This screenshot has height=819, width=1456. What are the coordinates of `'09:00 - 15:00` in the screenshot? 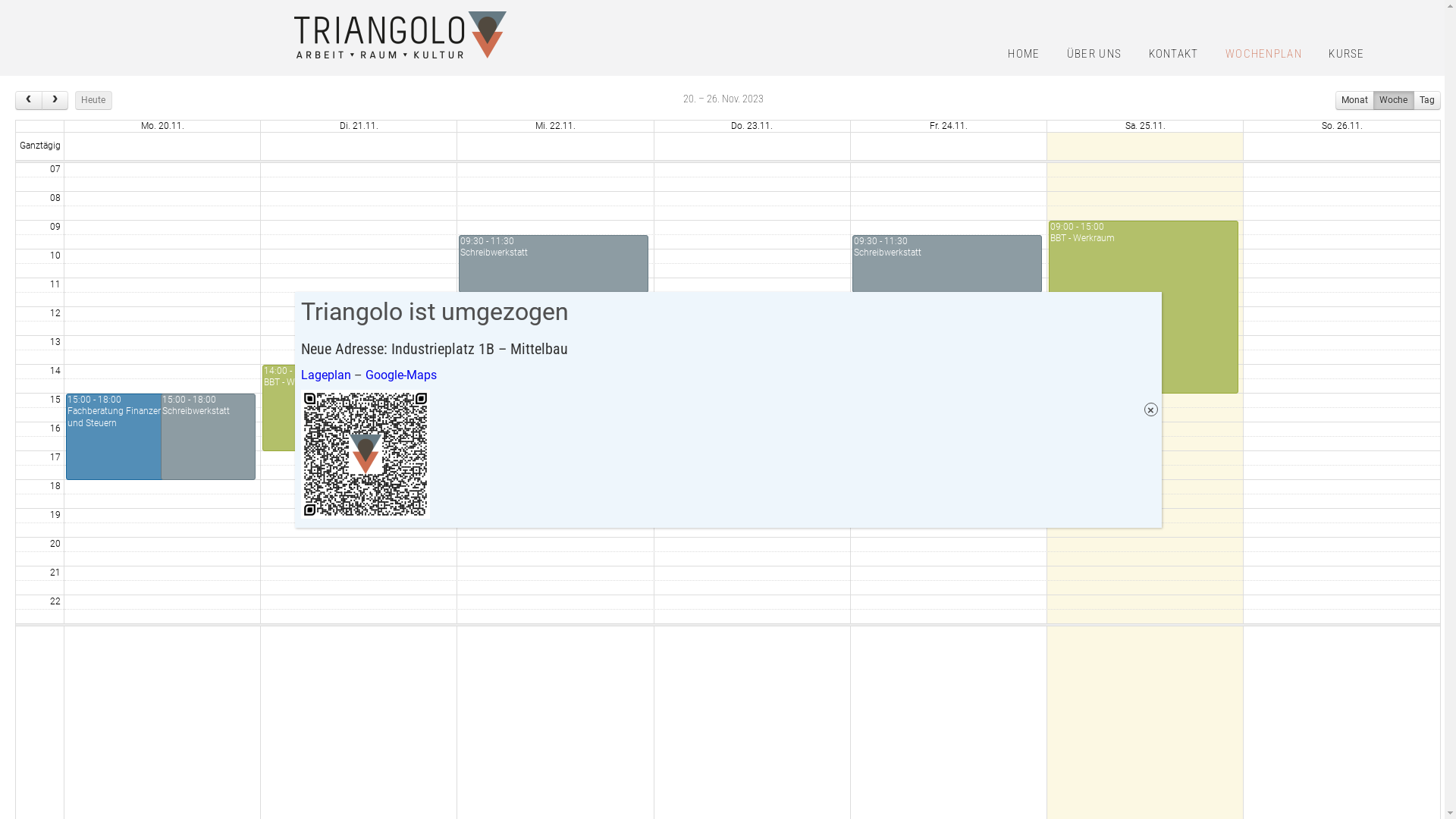 It's located at (1143, 307).